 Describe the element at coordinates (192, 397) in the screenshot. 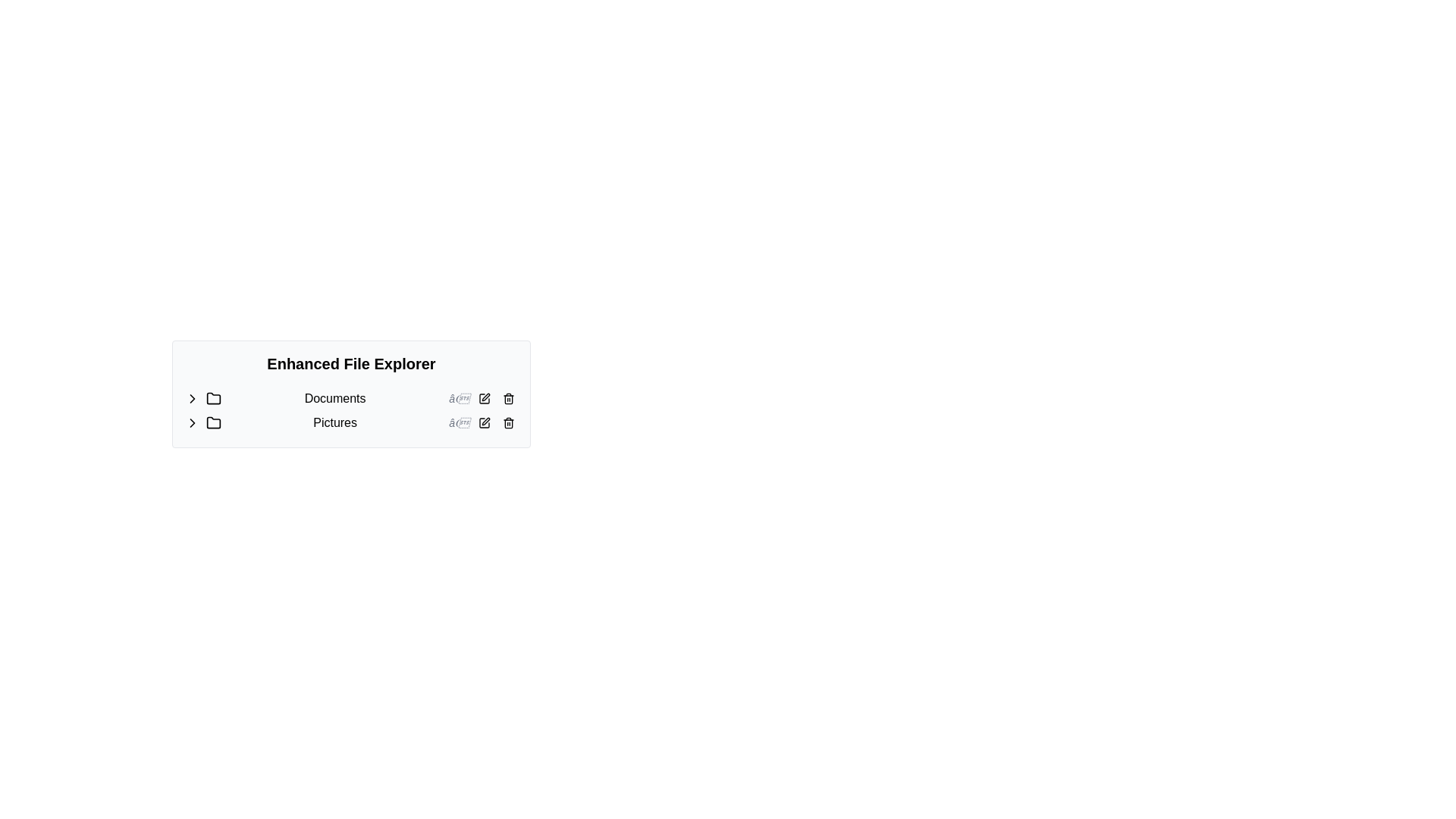

I see `the Chevron icon located in the navigation section on the left side of the row corresponding to the 'Documents' folder` at that location.